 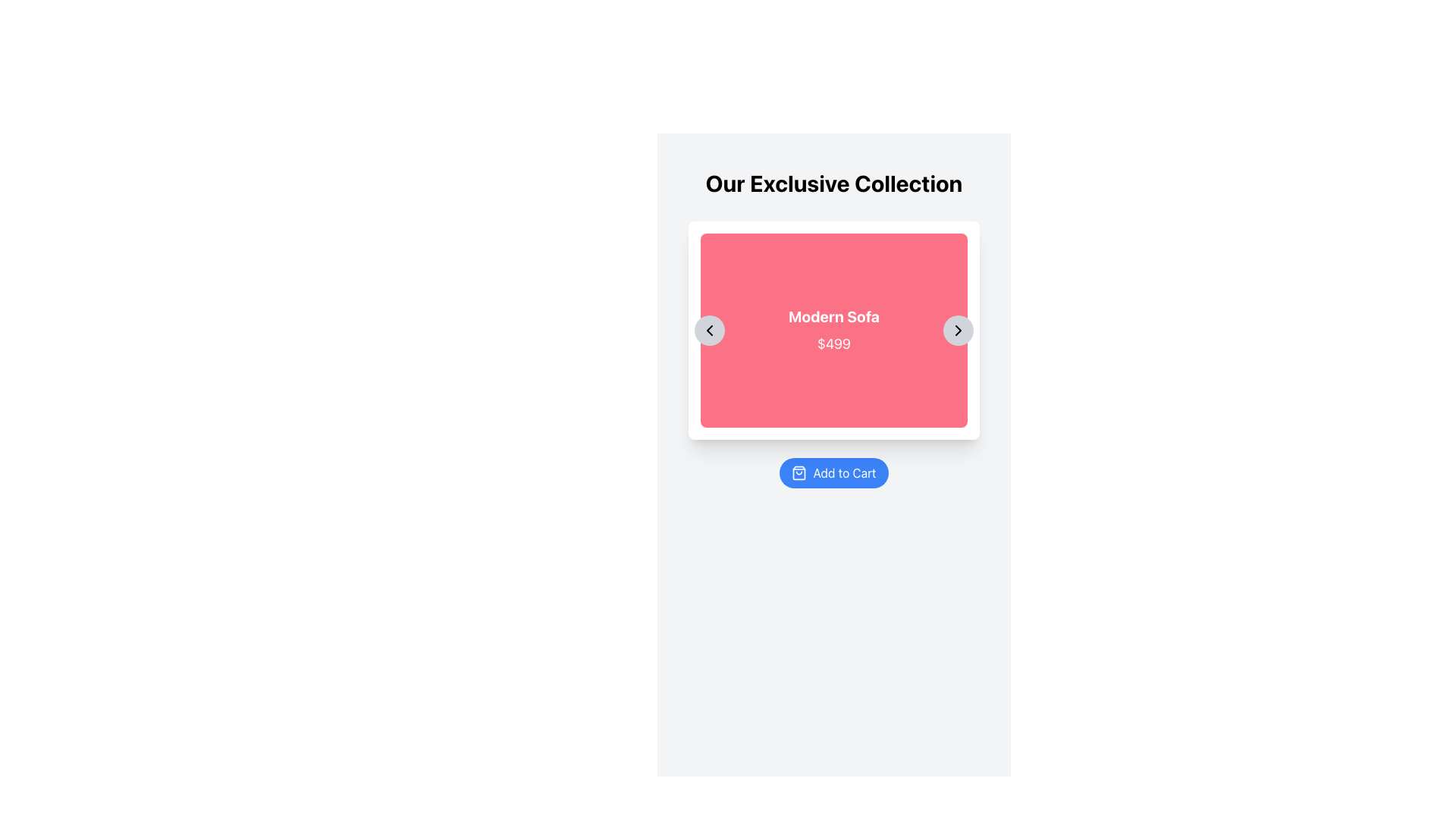 What do you see at coordinates (799, 472) in the screenshot?
I see `the supportive icon located to the left of the 'Add to Cart' label within the button at the bottom of the interface` at bounding box center [799, 472].